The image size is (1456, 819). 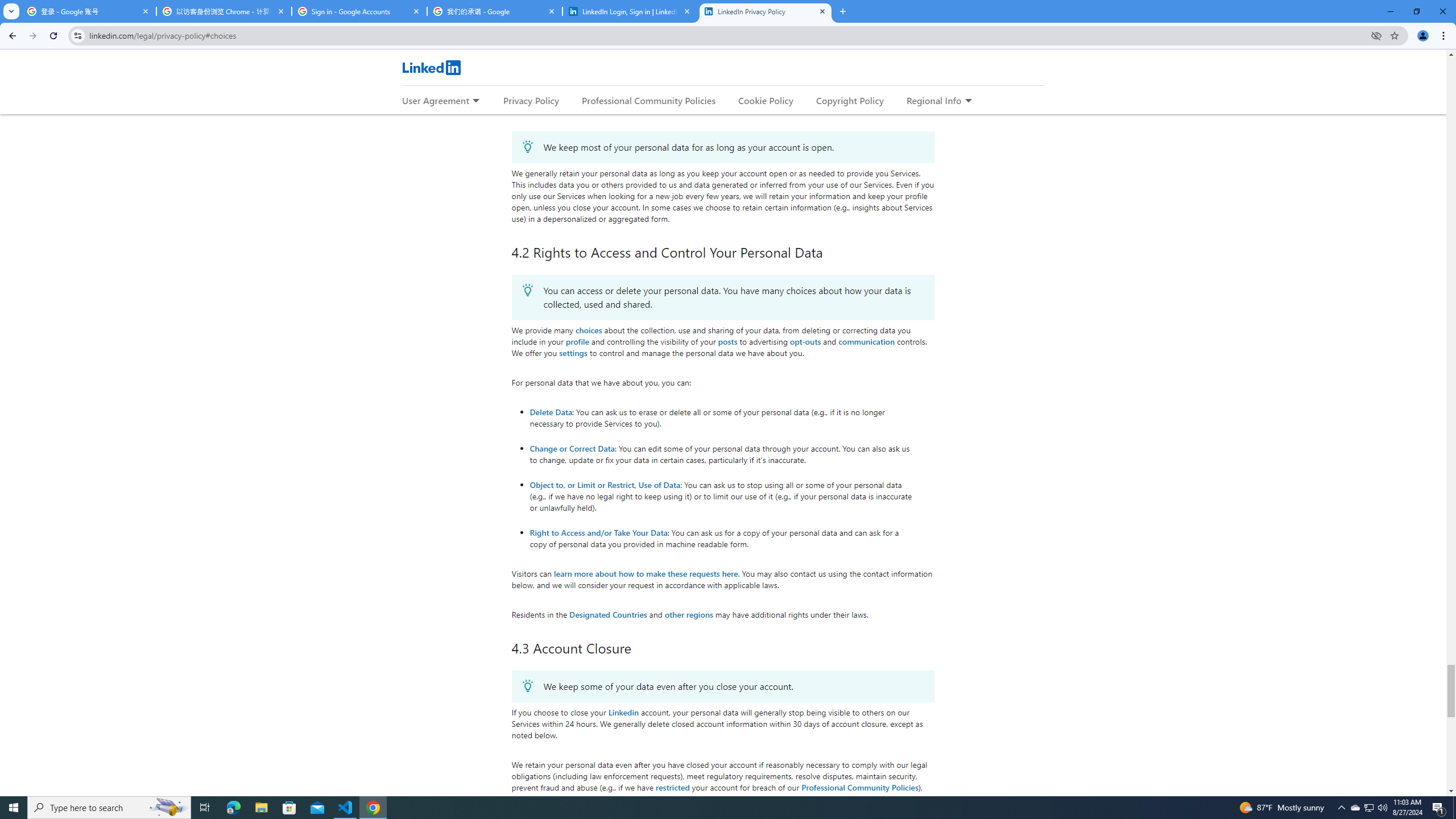 I want to click on 'Copyright Policy', so click(x=849, y=100).